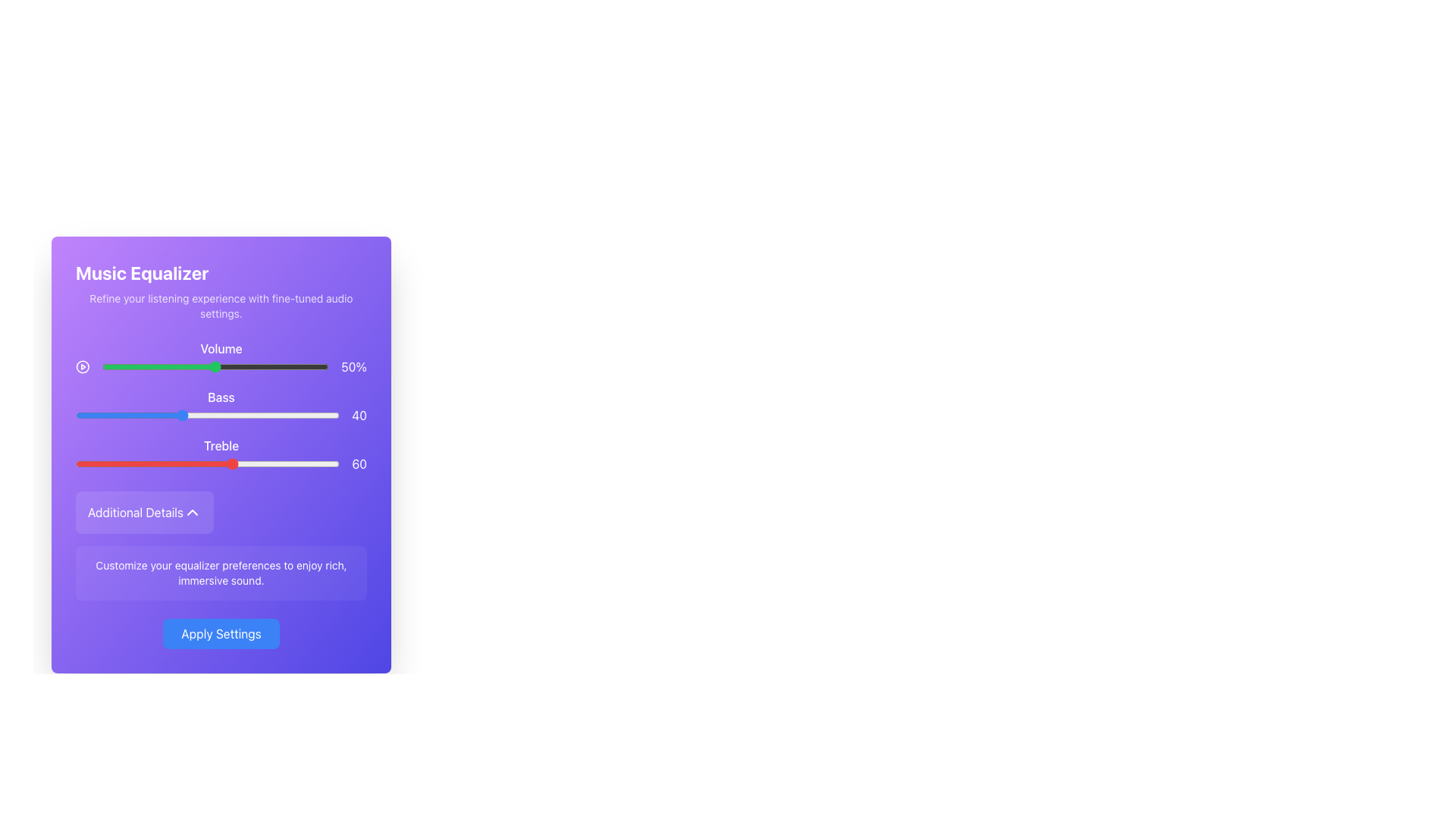 This screenshot has height=819, width=1456. Describe the element at coordinates (207, 463) in the screenshot. I see `the horizontal slider labeled 'Treble', which is styled with a red and white theme` at that location.